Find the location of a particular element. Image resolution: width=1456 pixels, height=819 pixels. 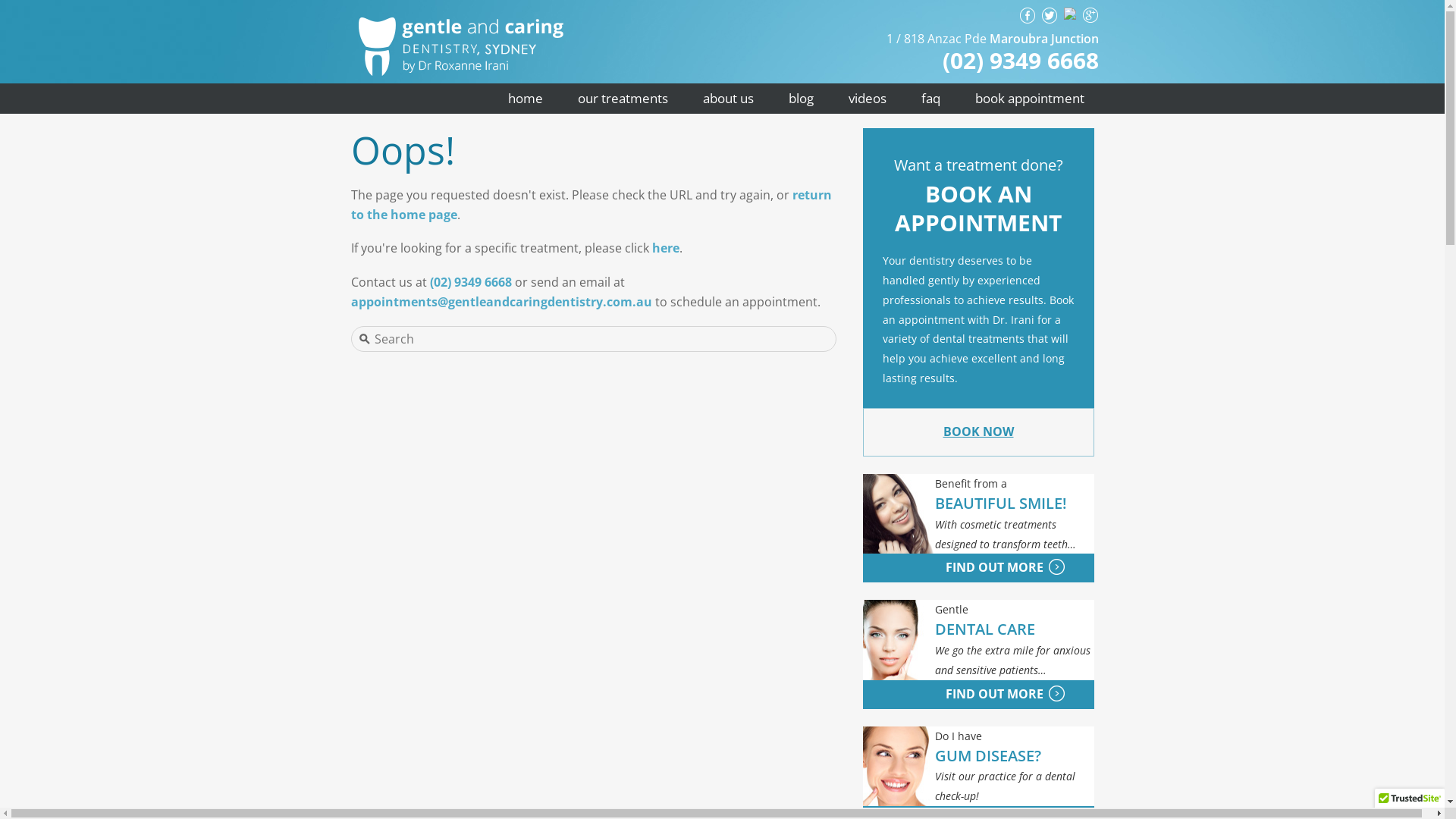

'here' is located at coordinates (666, 247).